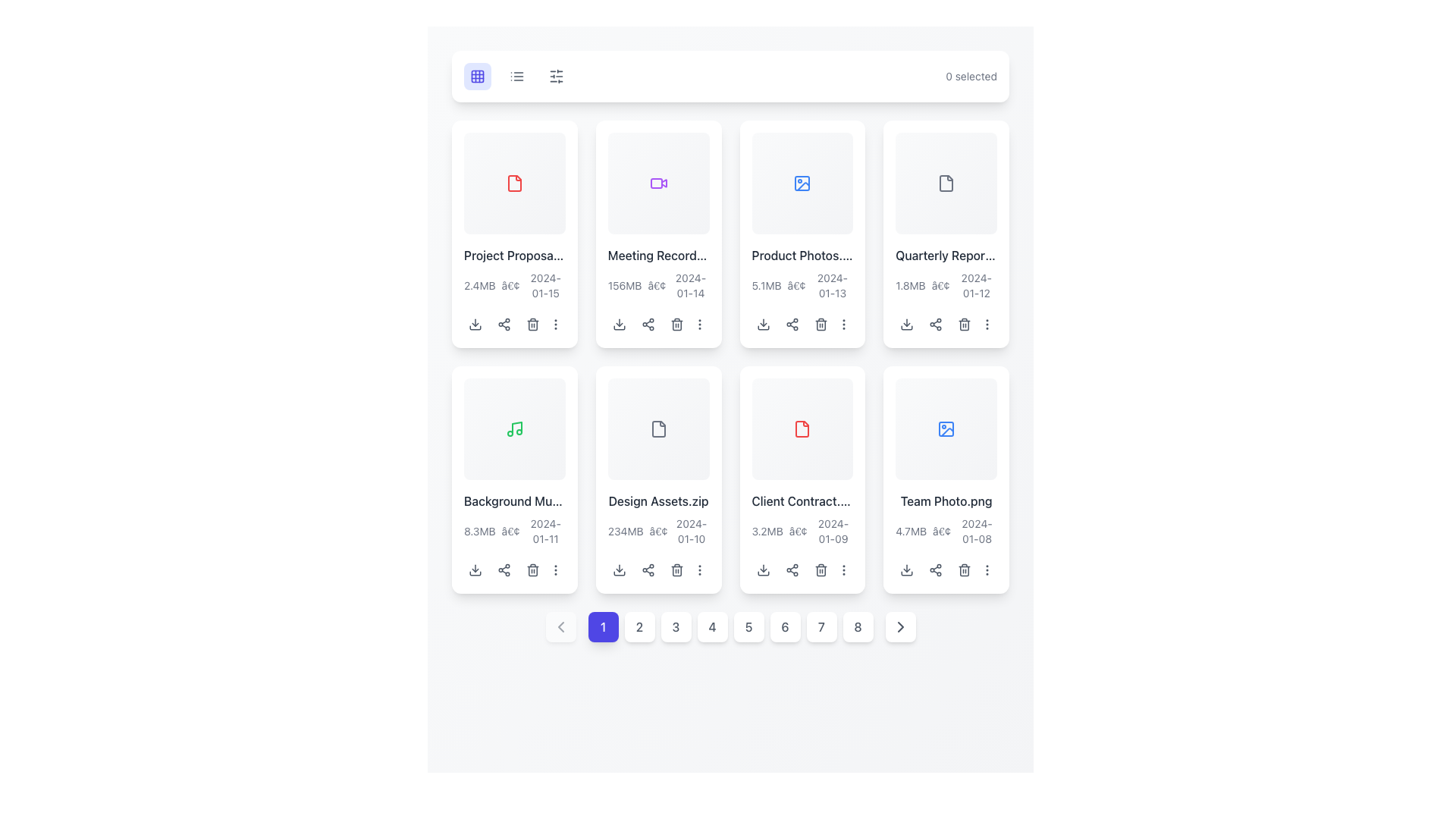 Image resolution: width=1456 pixels, height=819 pixels. I want to click on the share IconButton located to the right of the download icon and aligned to the left of the delete and options icons in the bottom section of the card labeled 'Background Music.mp3' to initiate sharing, so click(504, 570).